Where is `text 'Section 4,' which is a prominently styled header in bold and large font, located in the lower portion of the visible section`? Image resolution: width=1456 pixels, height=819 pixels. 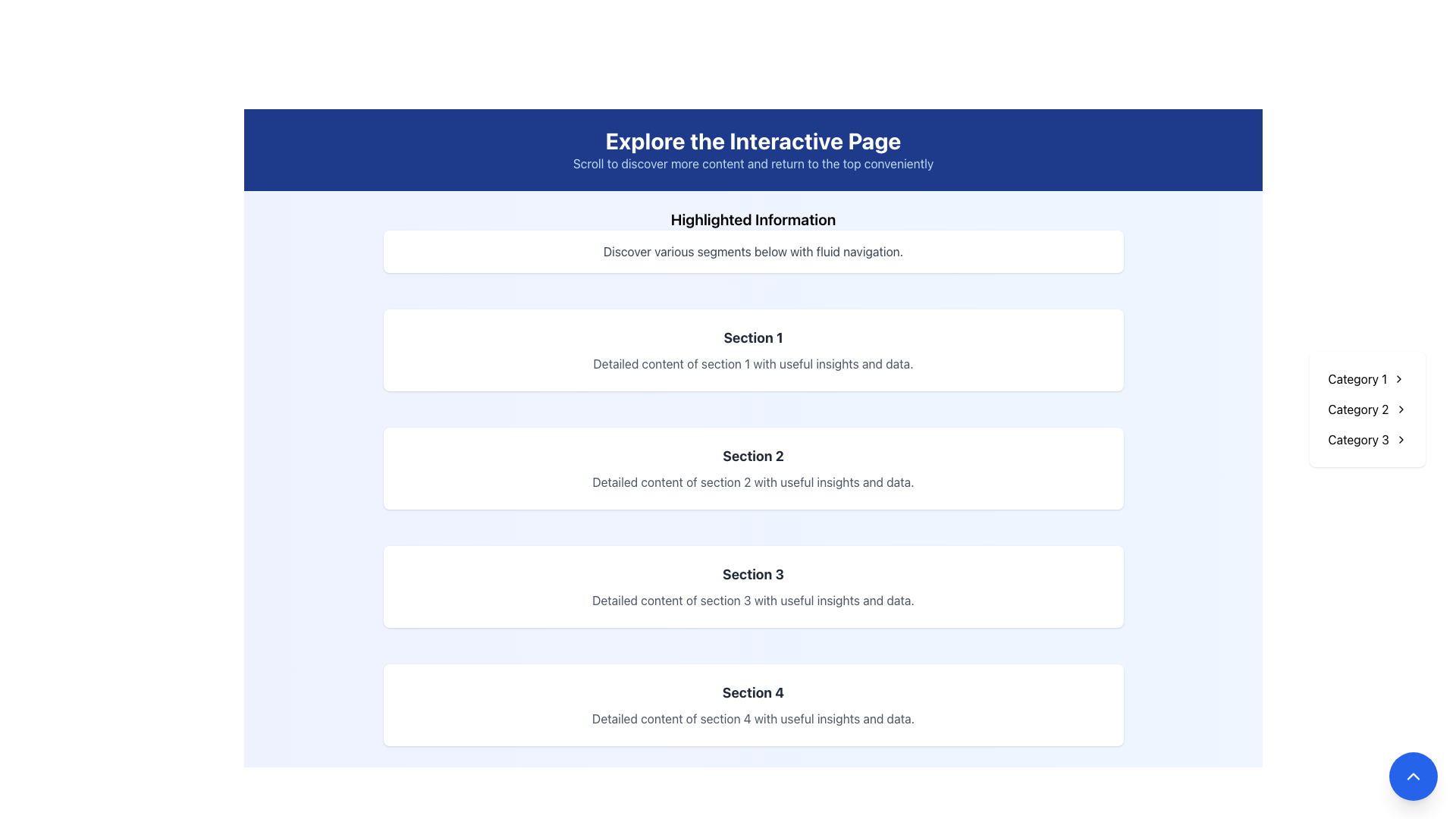
text 'Section 4,' which is a prominently styled header in bold and large font, located in the lower portion of the visible section is located at coordinates (753, 693).